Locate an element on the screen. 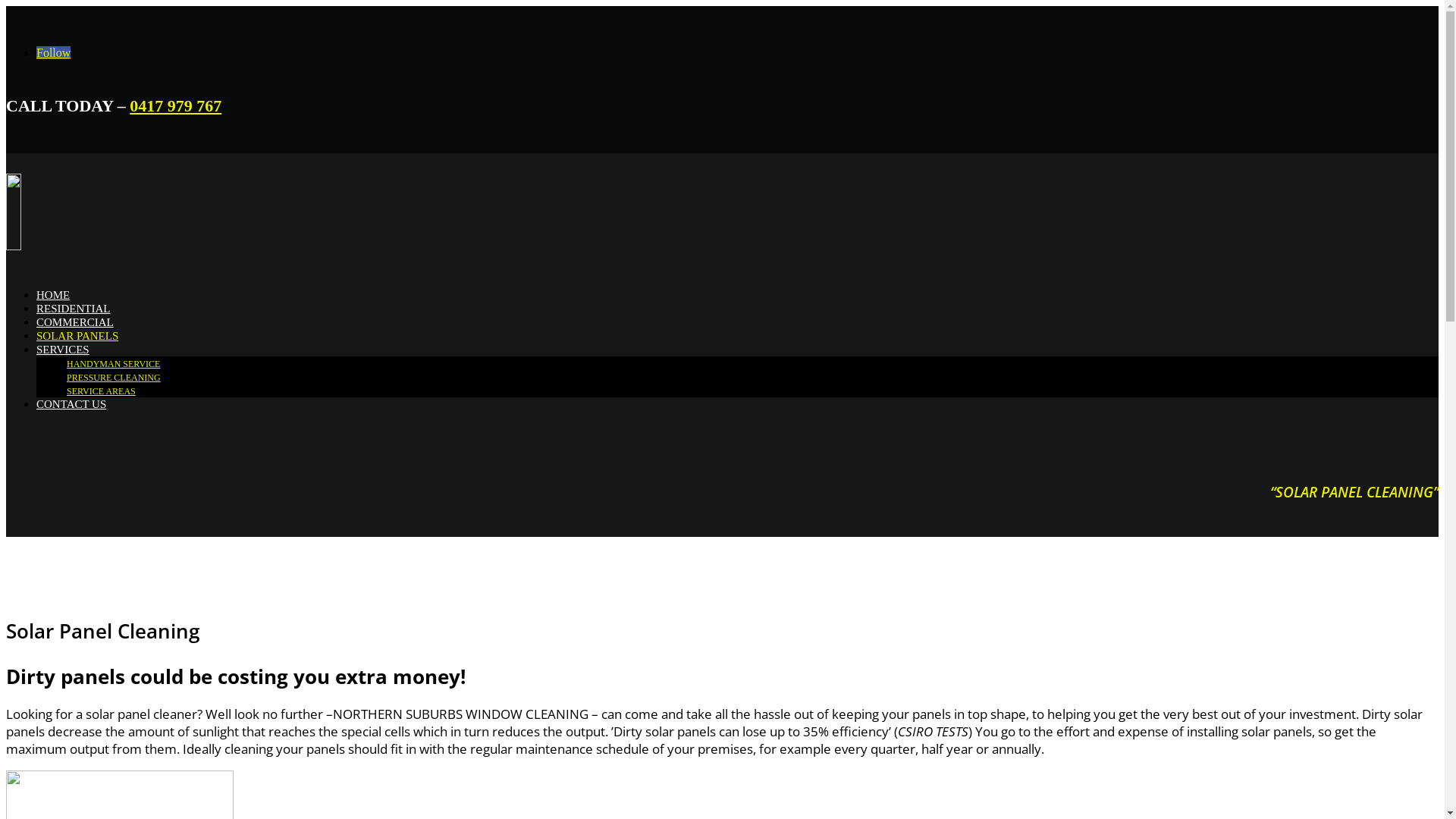 The image size is (1456, 819). 'PRESSURE CLEANING' is located at coordinates (112, 376).